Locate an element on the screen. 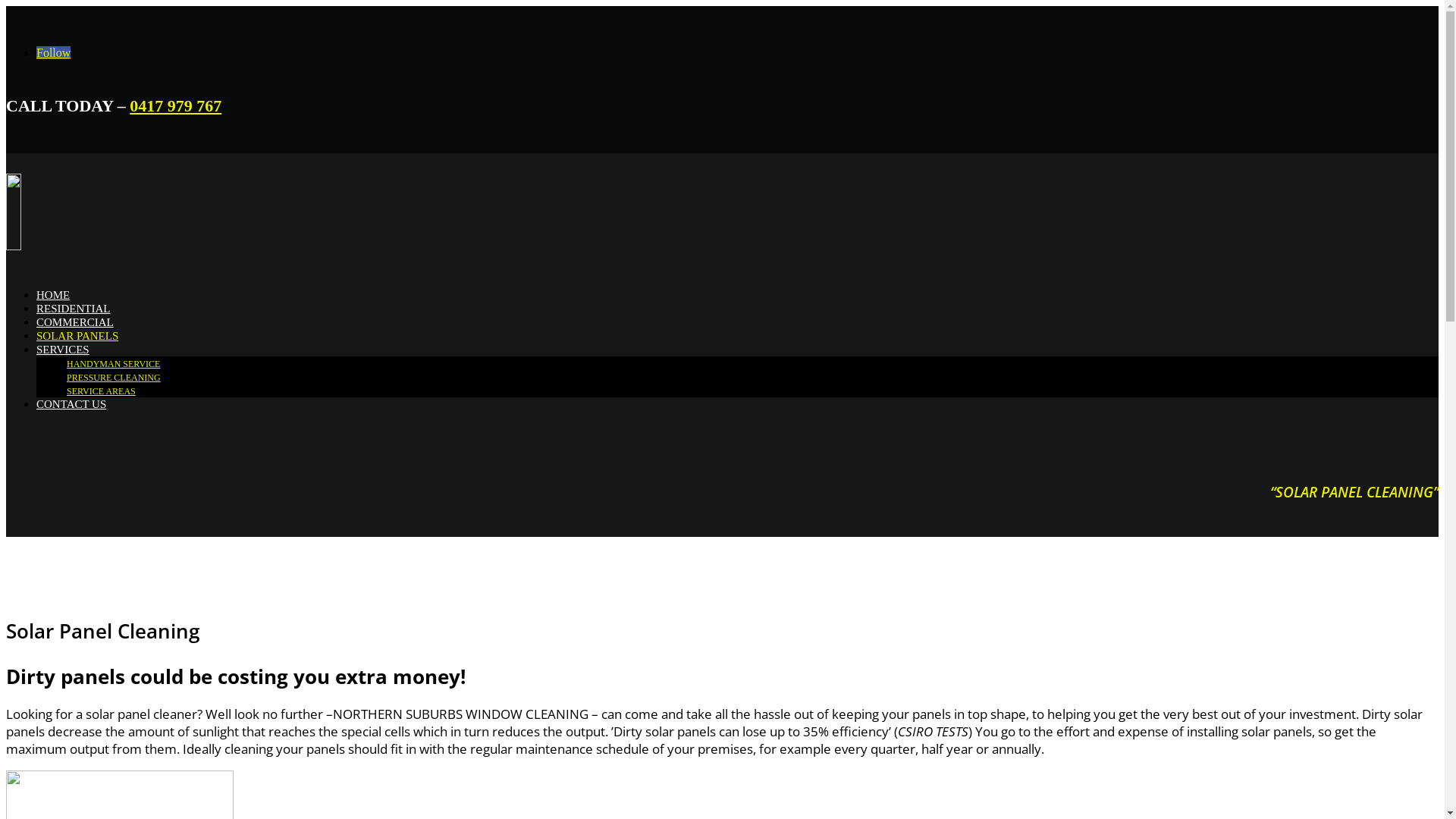 The image size is (1456, 819). 'PRESSURE CLEANING' is located at coordinates (112, 376).